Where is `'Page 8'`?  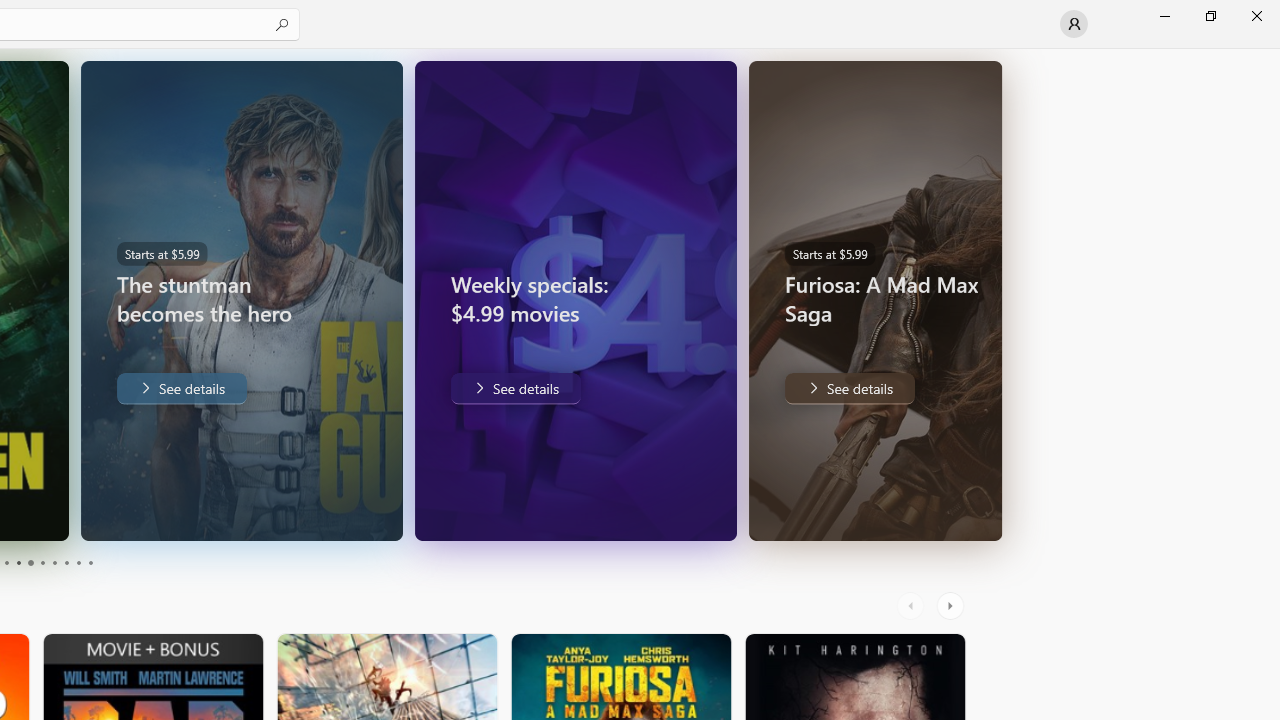 'Page 8' is located at coordinates (65, 563).